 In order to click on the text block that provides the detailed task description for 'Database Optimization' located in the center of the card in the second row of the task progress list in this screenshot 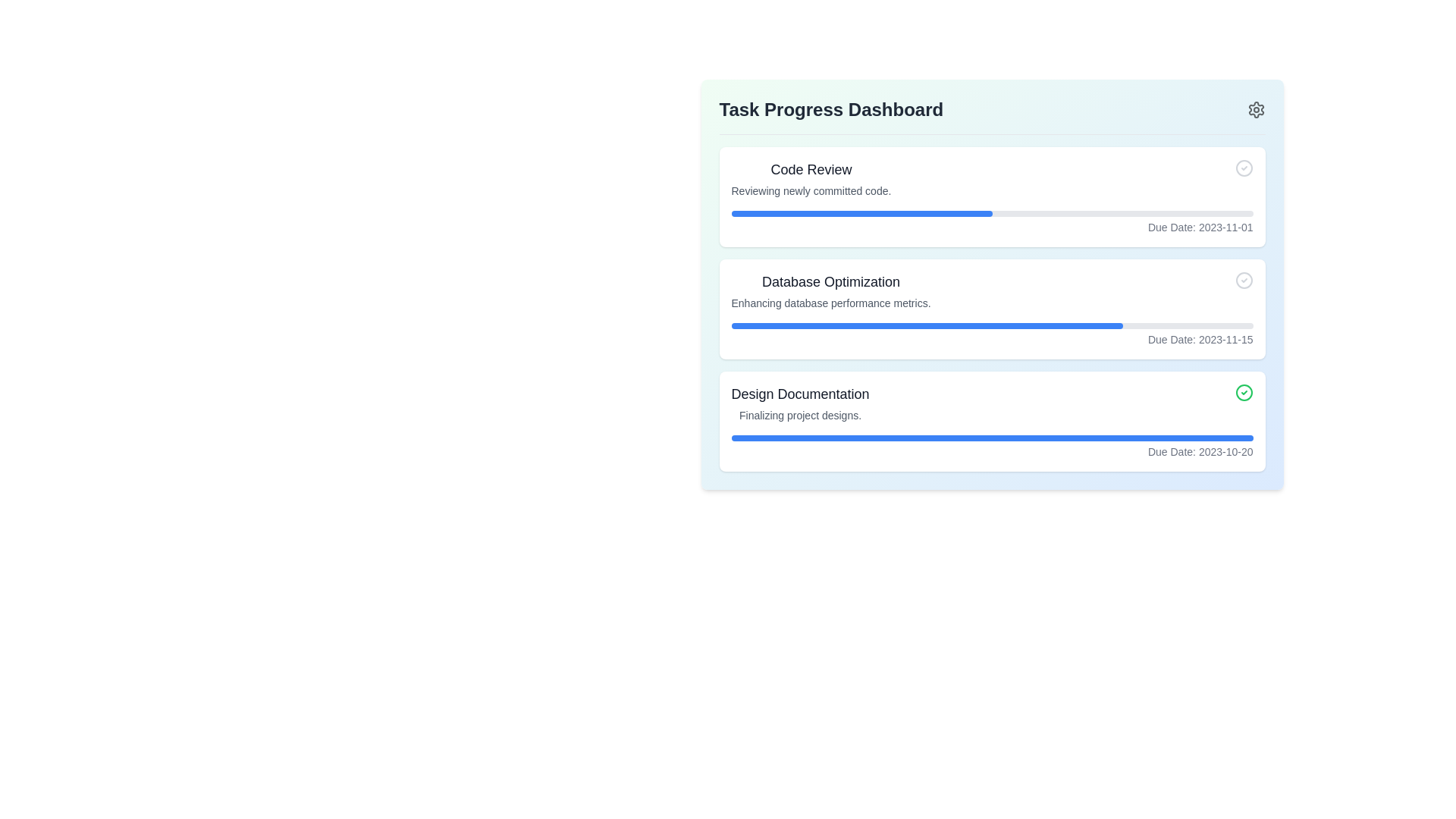, I will do `click(830, 291)`.